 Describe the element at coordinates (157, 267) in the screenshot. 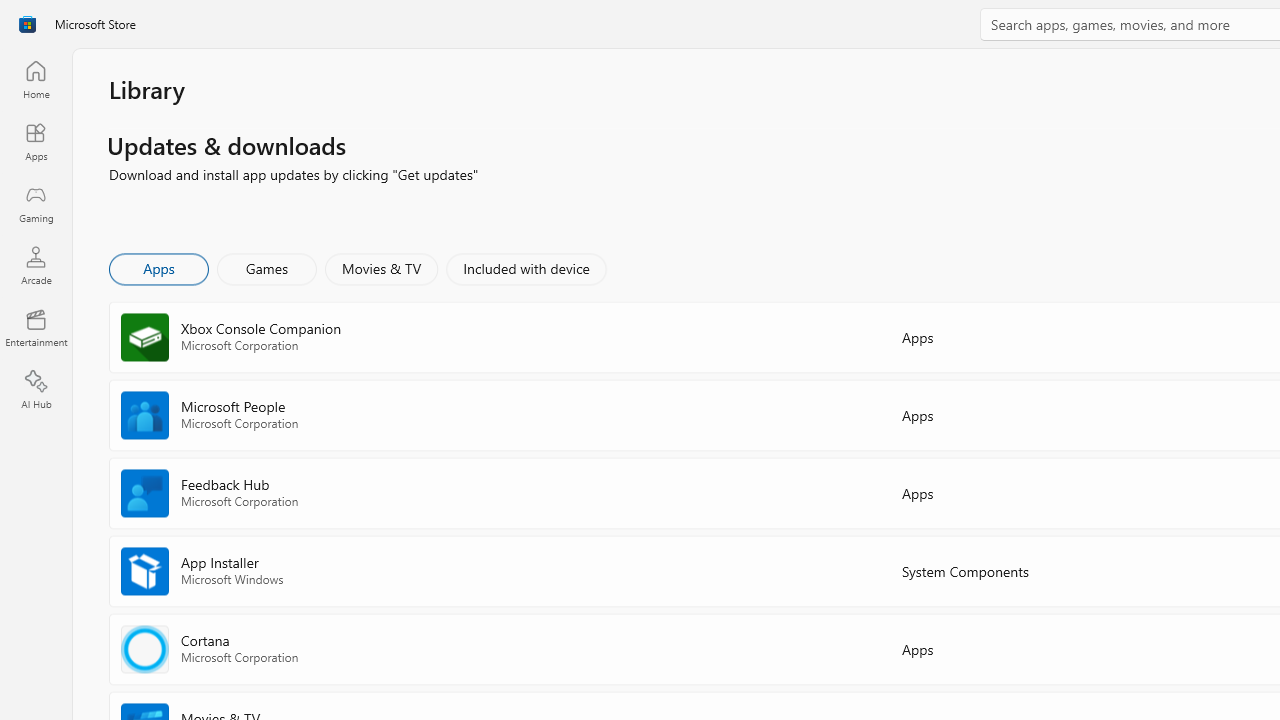

I see `'Apps'` at that location.